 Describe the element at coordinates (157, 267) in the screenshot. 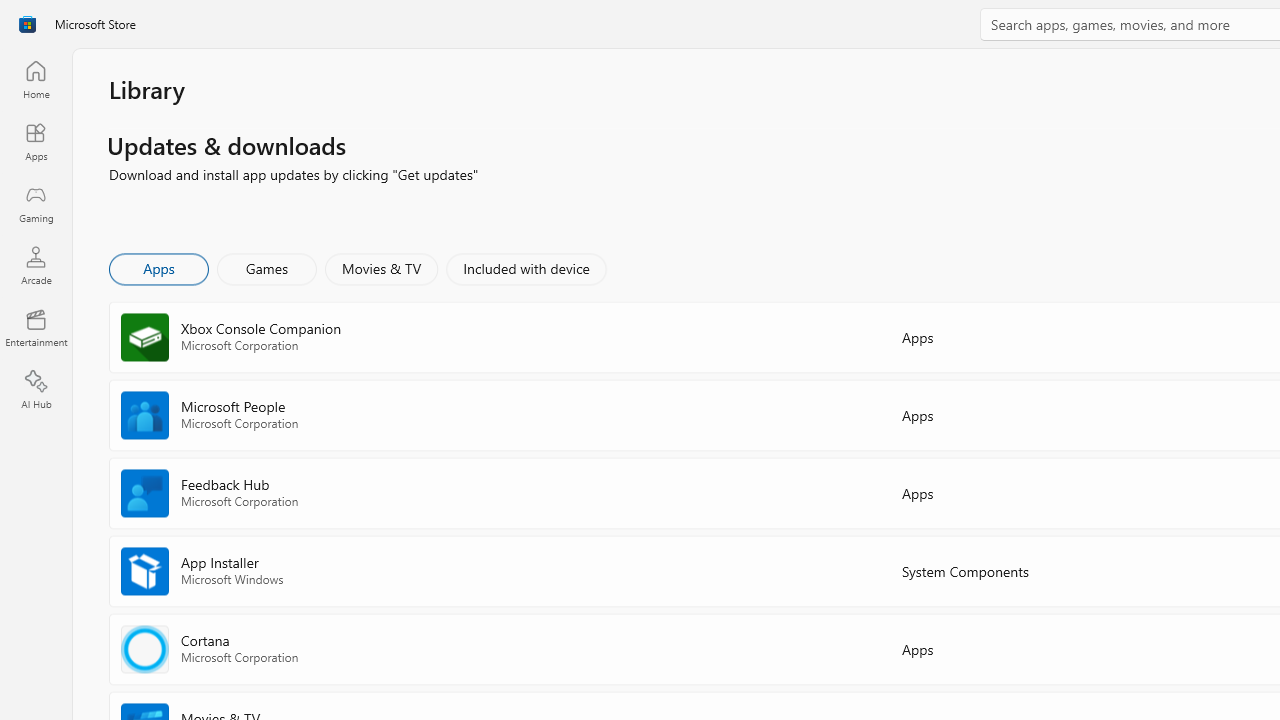

I see `'Apps'` at that location.